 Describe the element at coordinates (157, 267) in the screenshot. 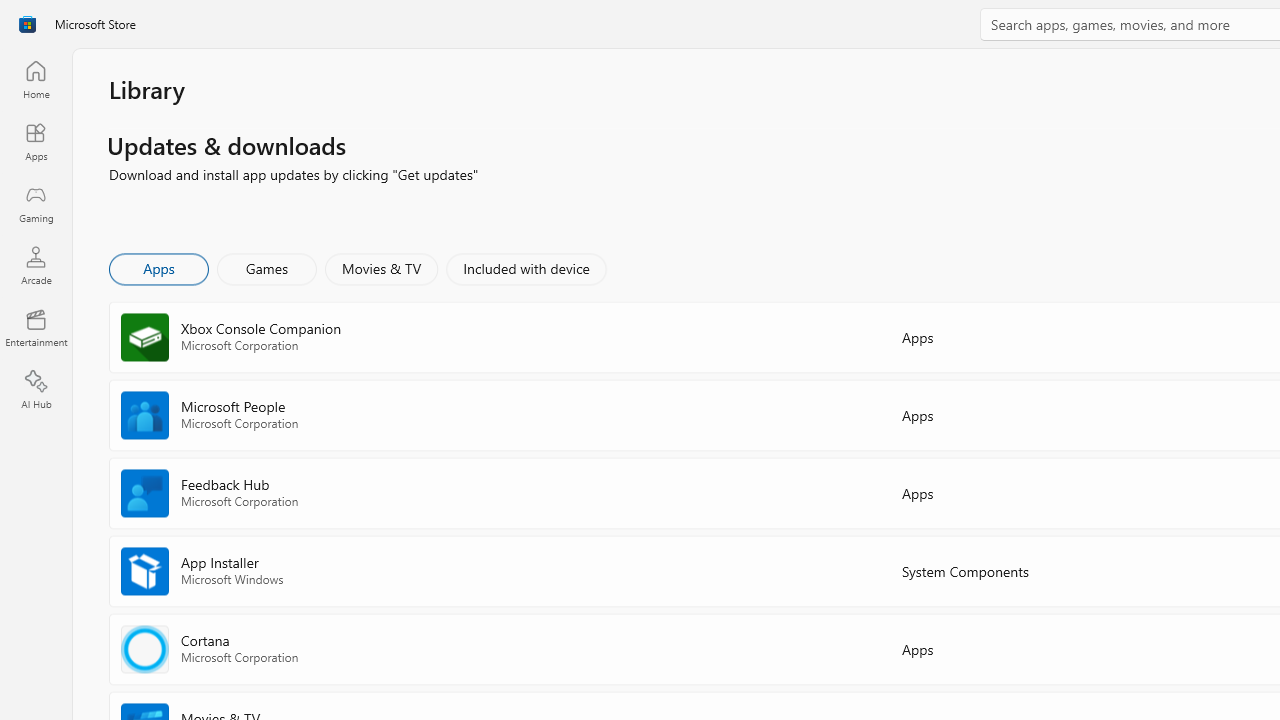

I see `'Apps'` at that location.